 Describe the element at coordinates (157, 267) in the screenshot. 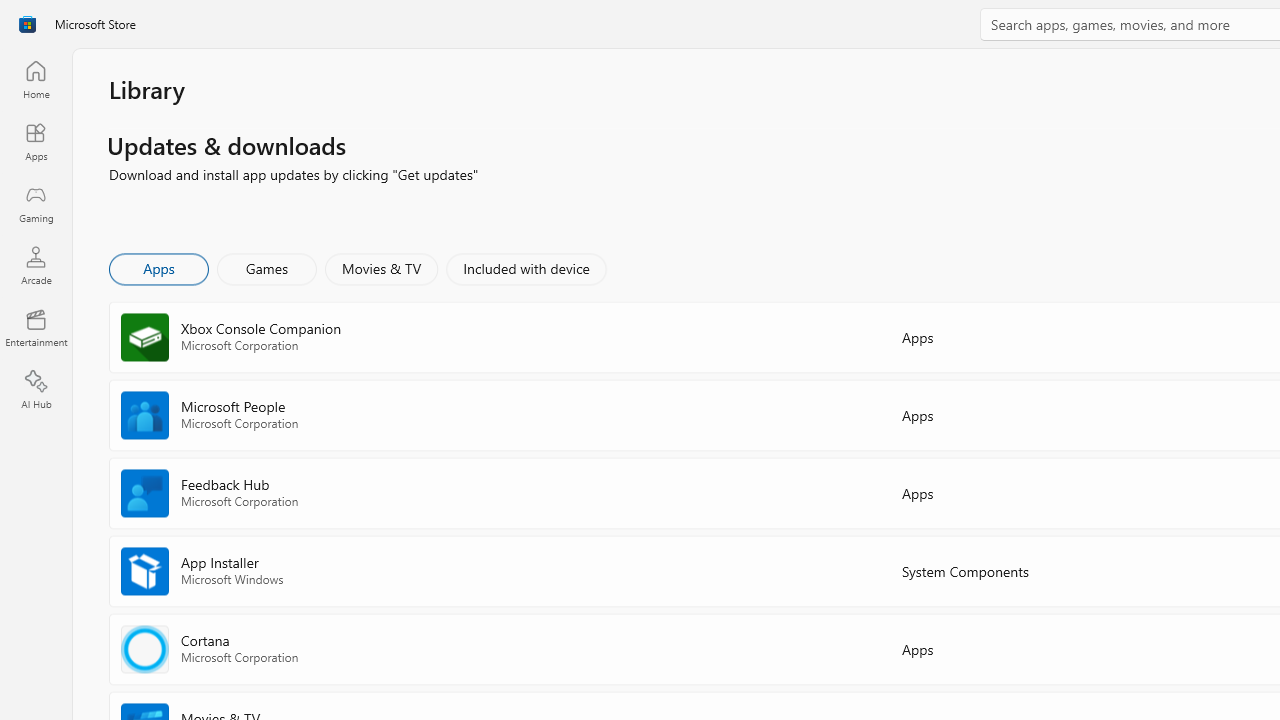

I see `'Apps'` at that location.